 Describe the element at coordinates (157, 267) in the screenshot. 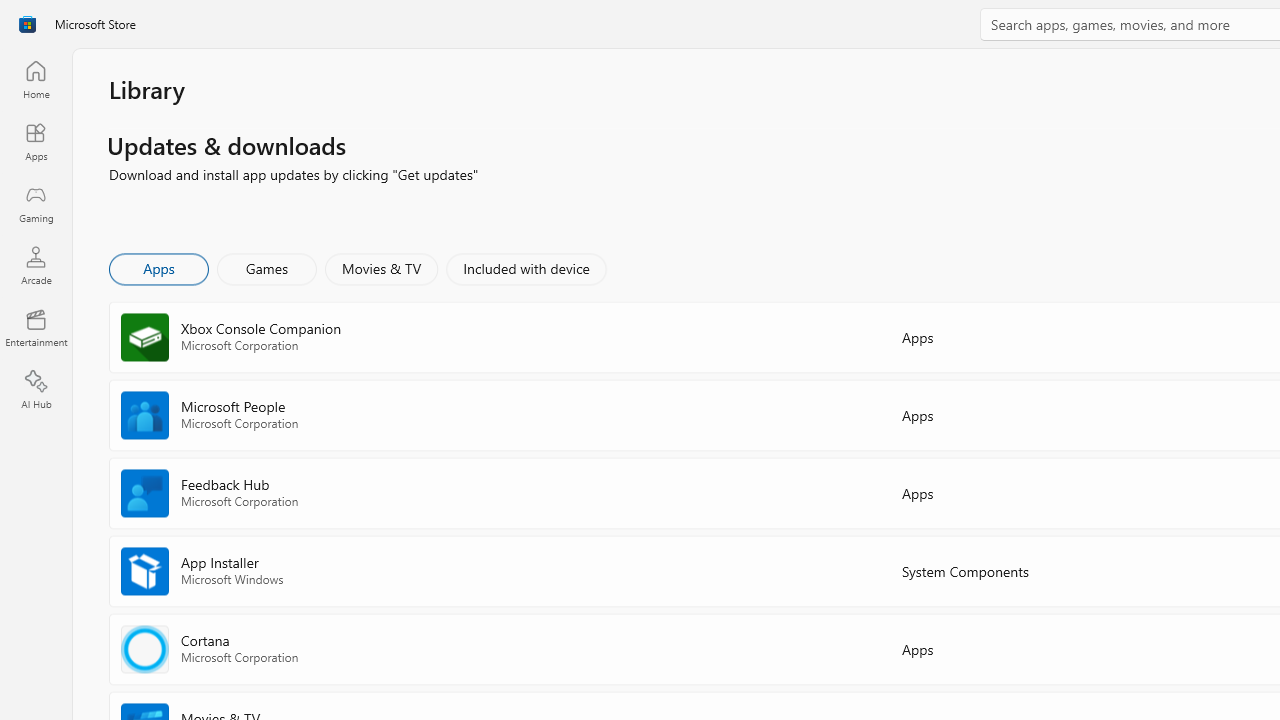

I see `'Apps'` at that location.